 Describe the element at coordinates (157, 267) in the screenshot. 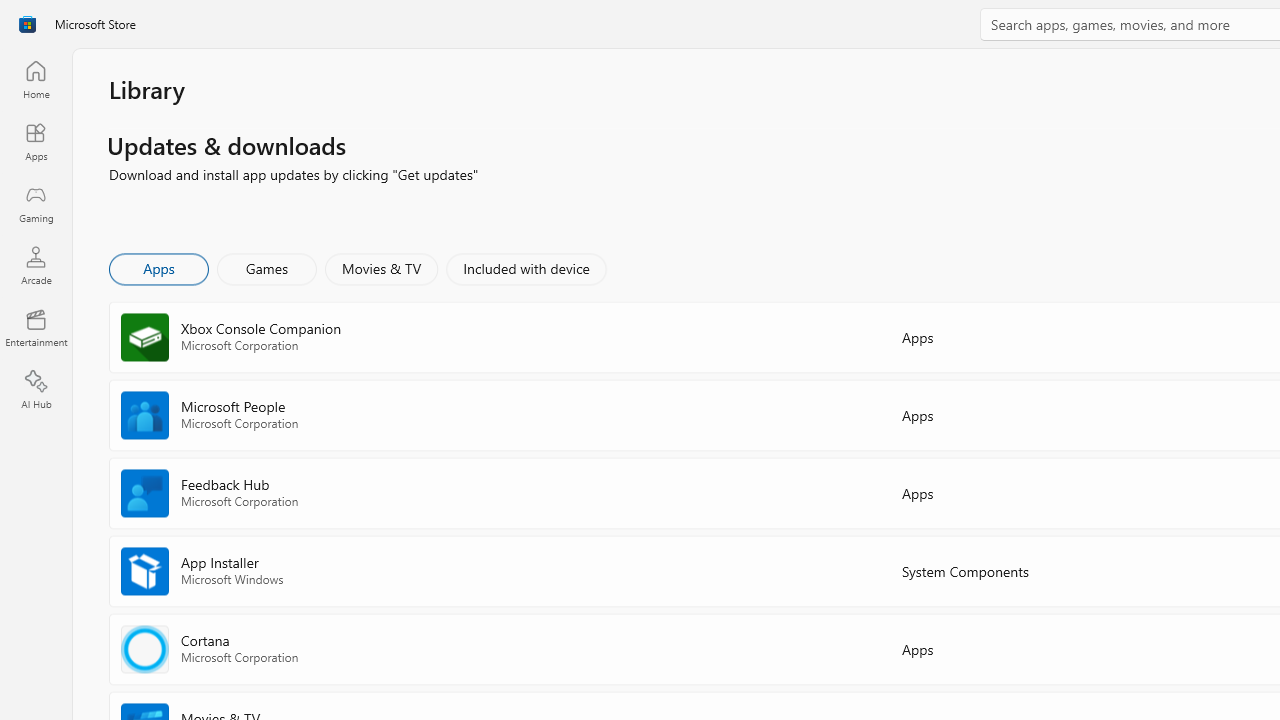

I see `'Apps'` at that location.